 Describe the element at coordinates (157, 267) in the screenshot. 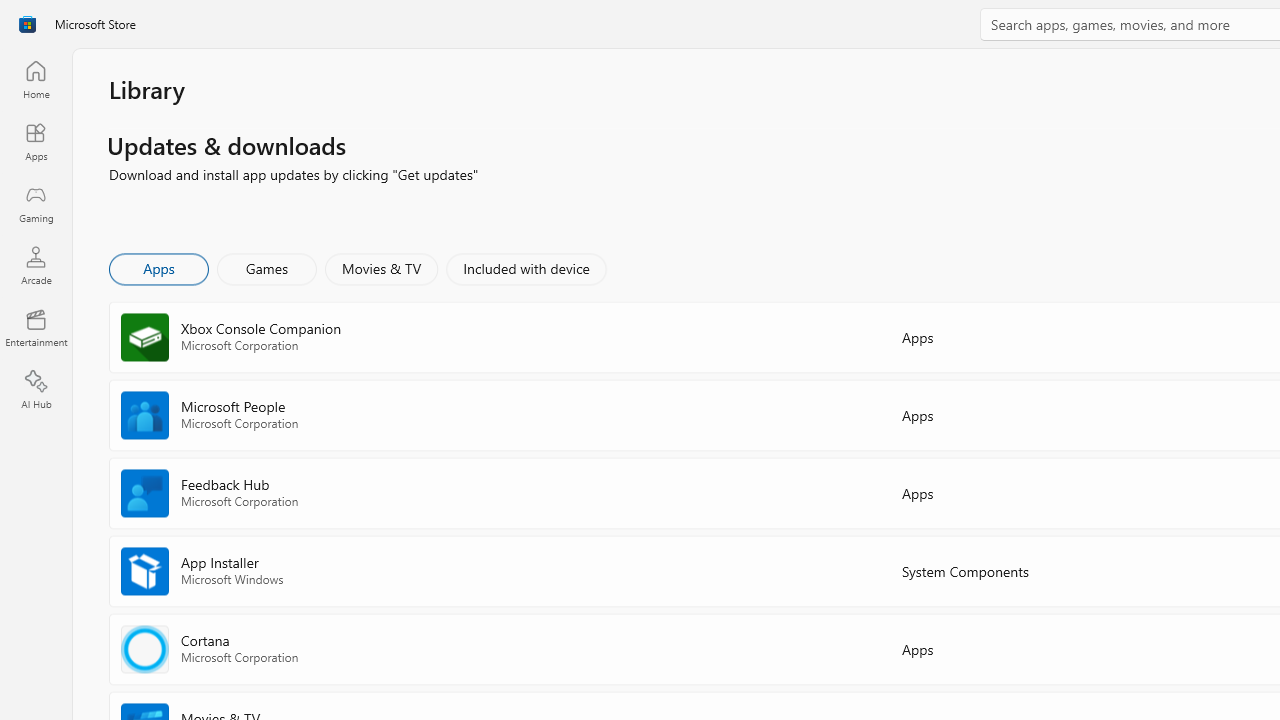

I see `'Apps'` at that location.